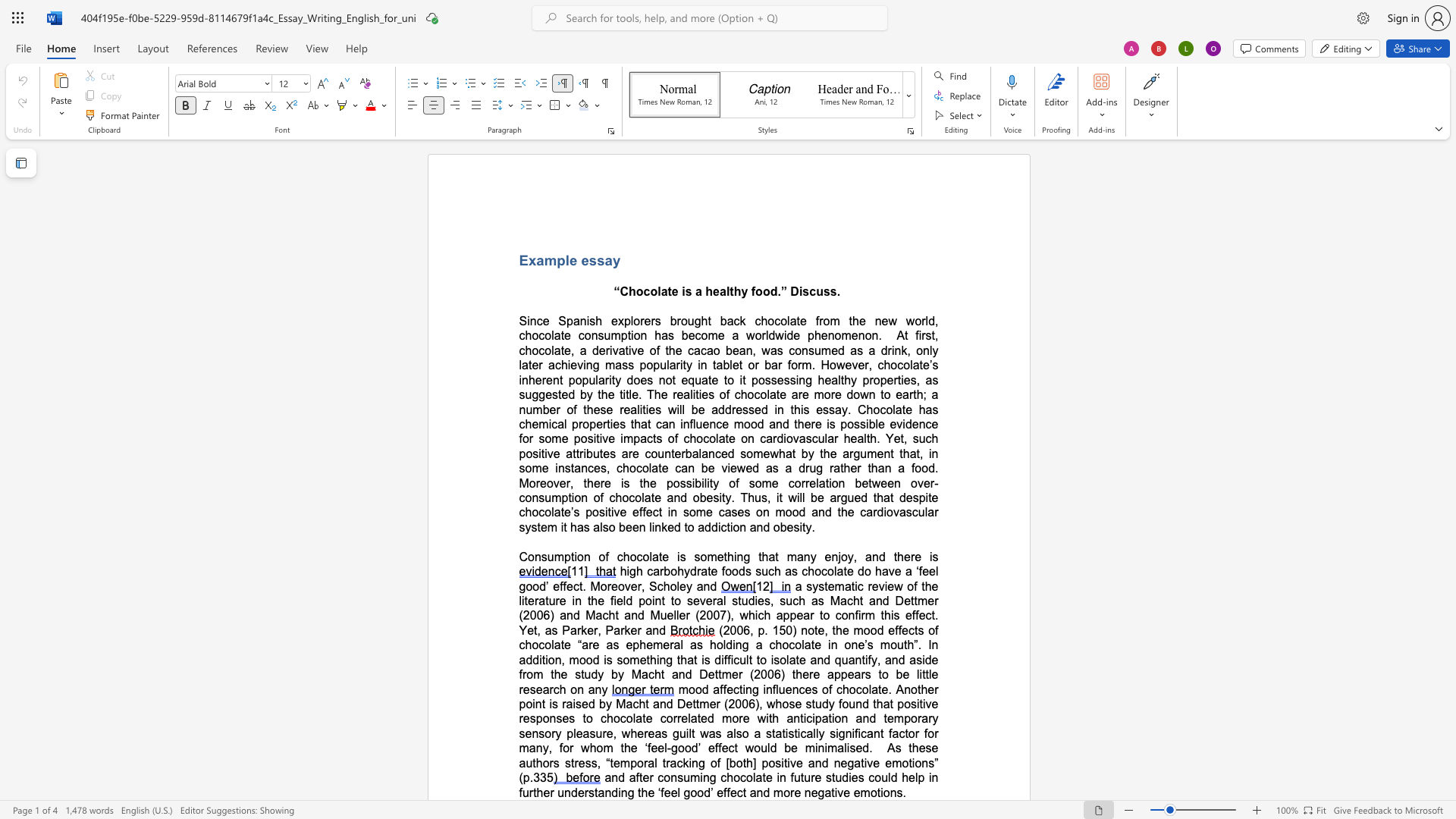 Image resolution: width=1456 pixels, height=819 pixels. Describe the element at coordinates (854, 615) in the screenshot. I see `the space between the continuous character "n" and "f" in the text` at that location.